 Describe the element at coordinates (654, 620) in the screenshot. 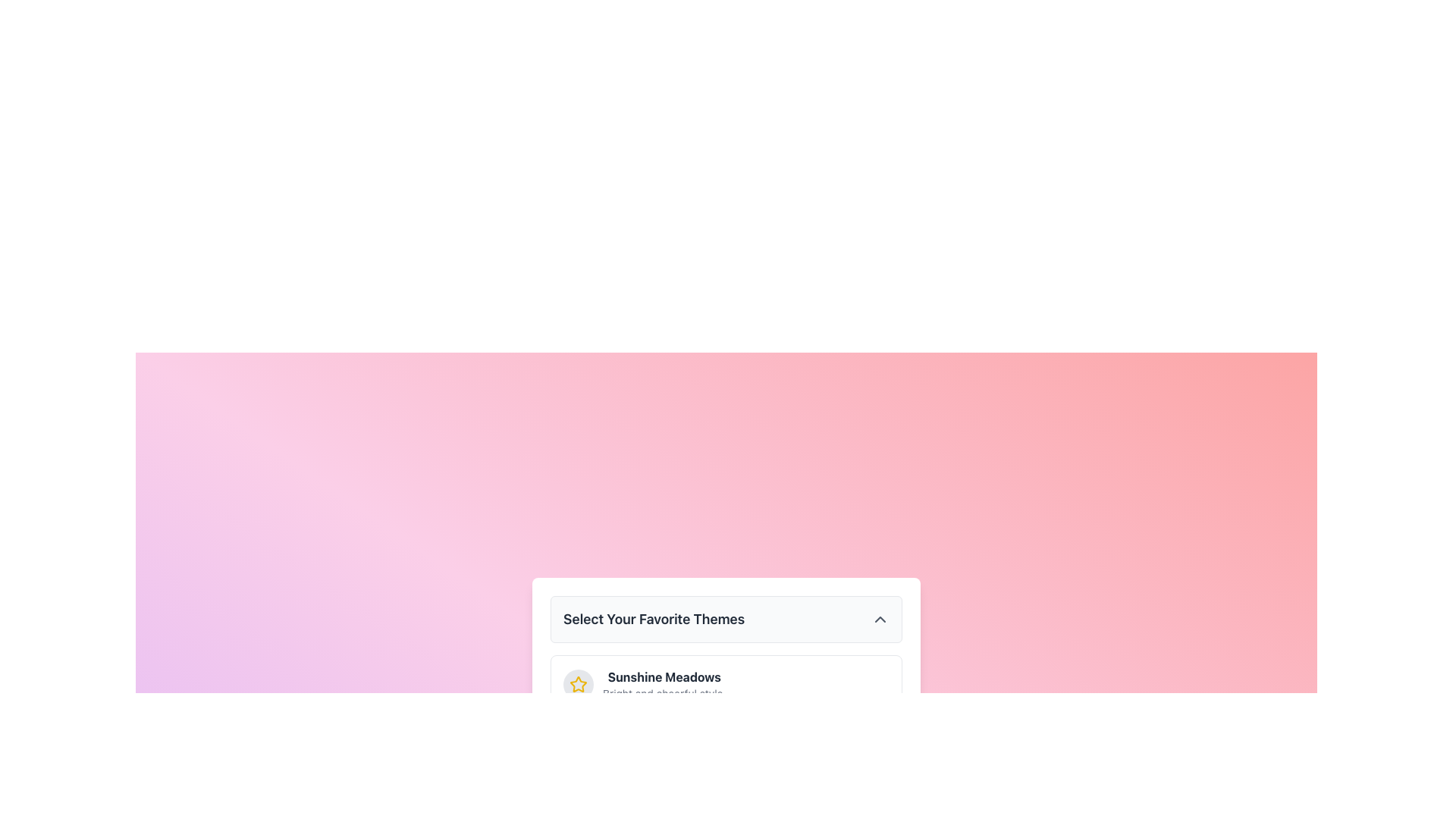

I see `the text label displaying 'Select Your Favorite Themes', which is positioned in the upper left section of a UI card, featuring a dark gray font on a light gray background` at that location.